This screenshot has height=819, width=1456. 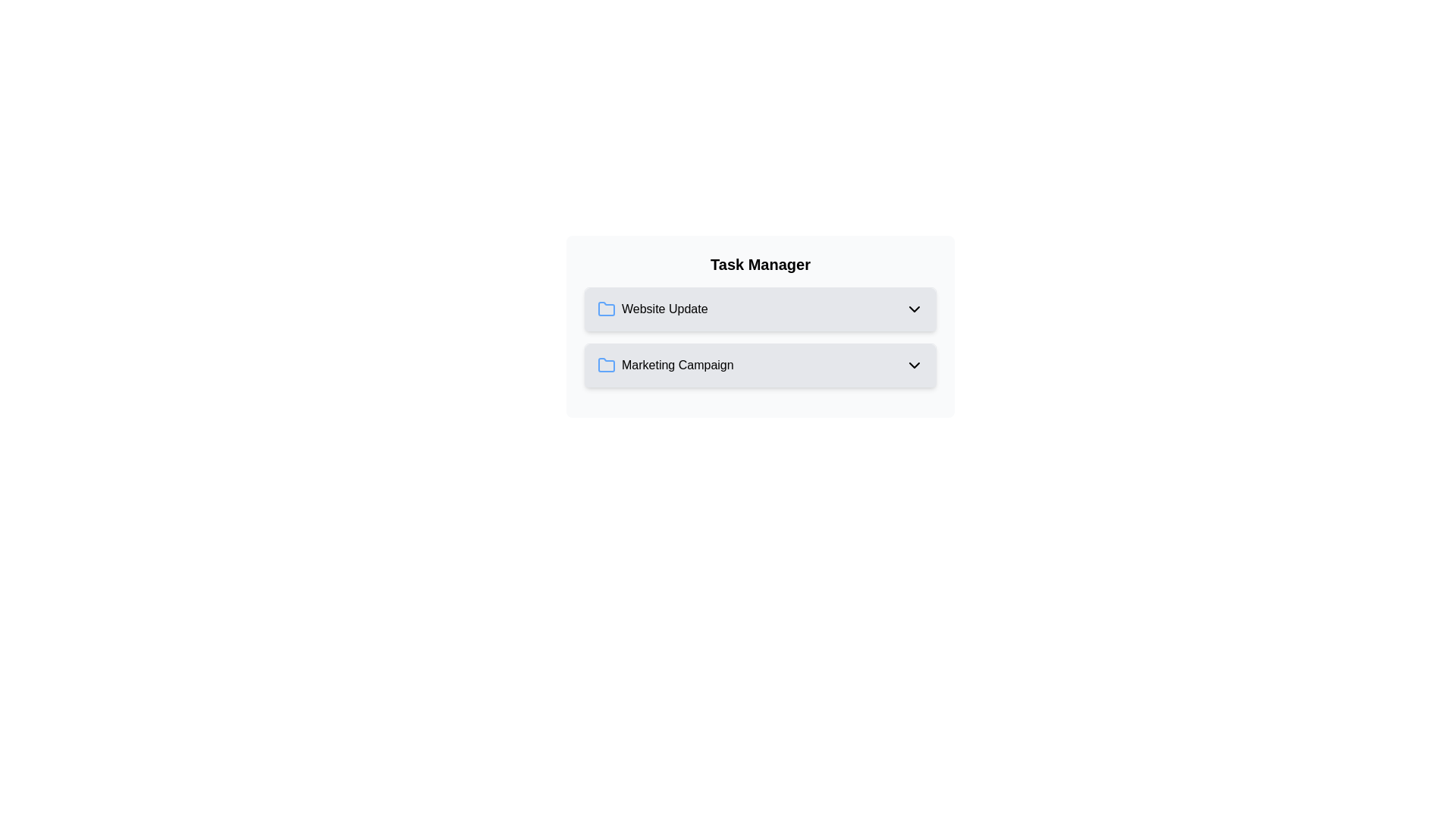 What do you see at coordinates (913, 366) in the screenshot?
I see `chevron icon of the task Marketing Campaign to toggle its visibility` at bounding box center [913, 366].